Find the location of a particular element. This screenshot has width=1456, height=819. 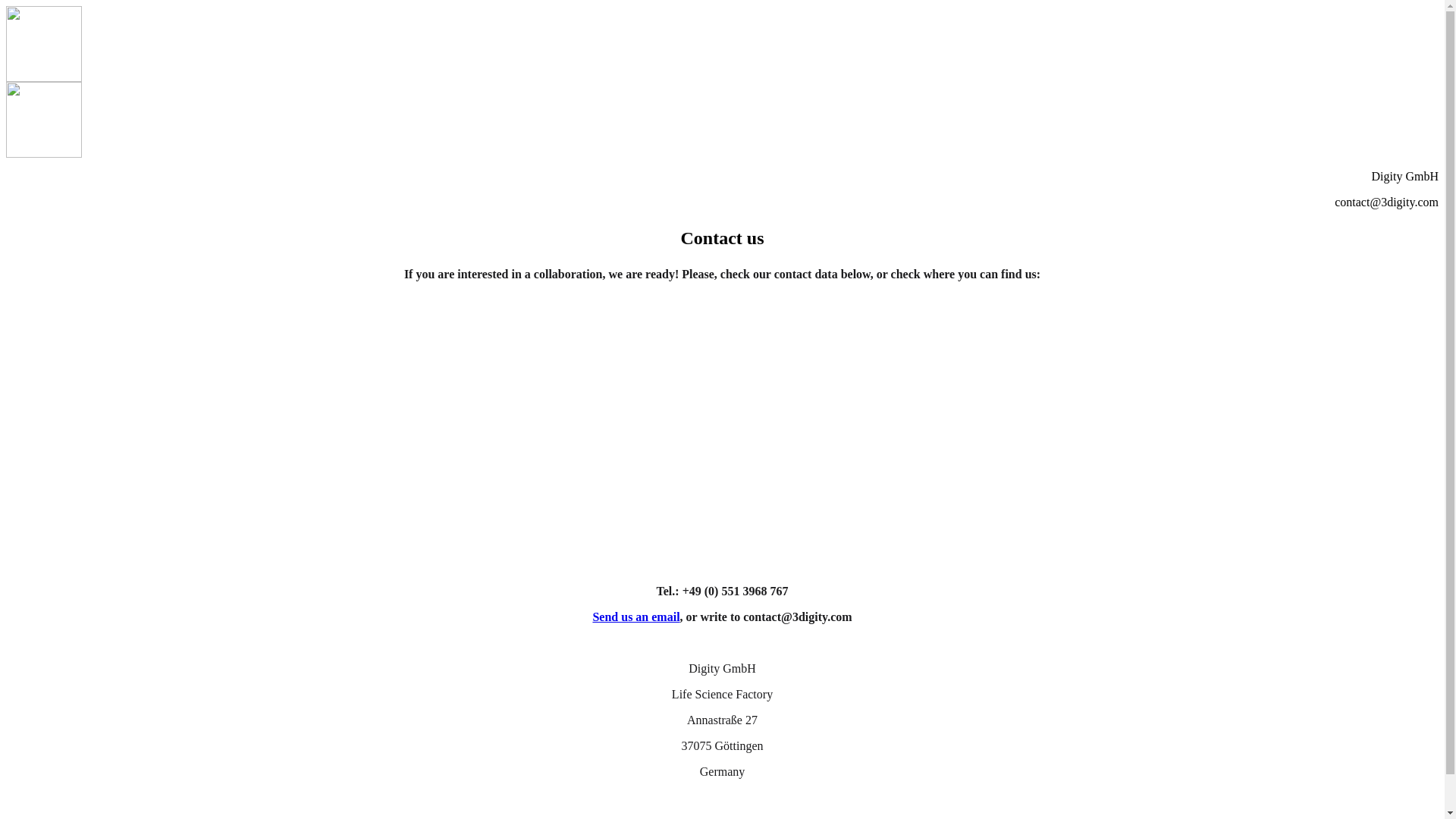

'Send us an email' is located at coordinates (635, 617).